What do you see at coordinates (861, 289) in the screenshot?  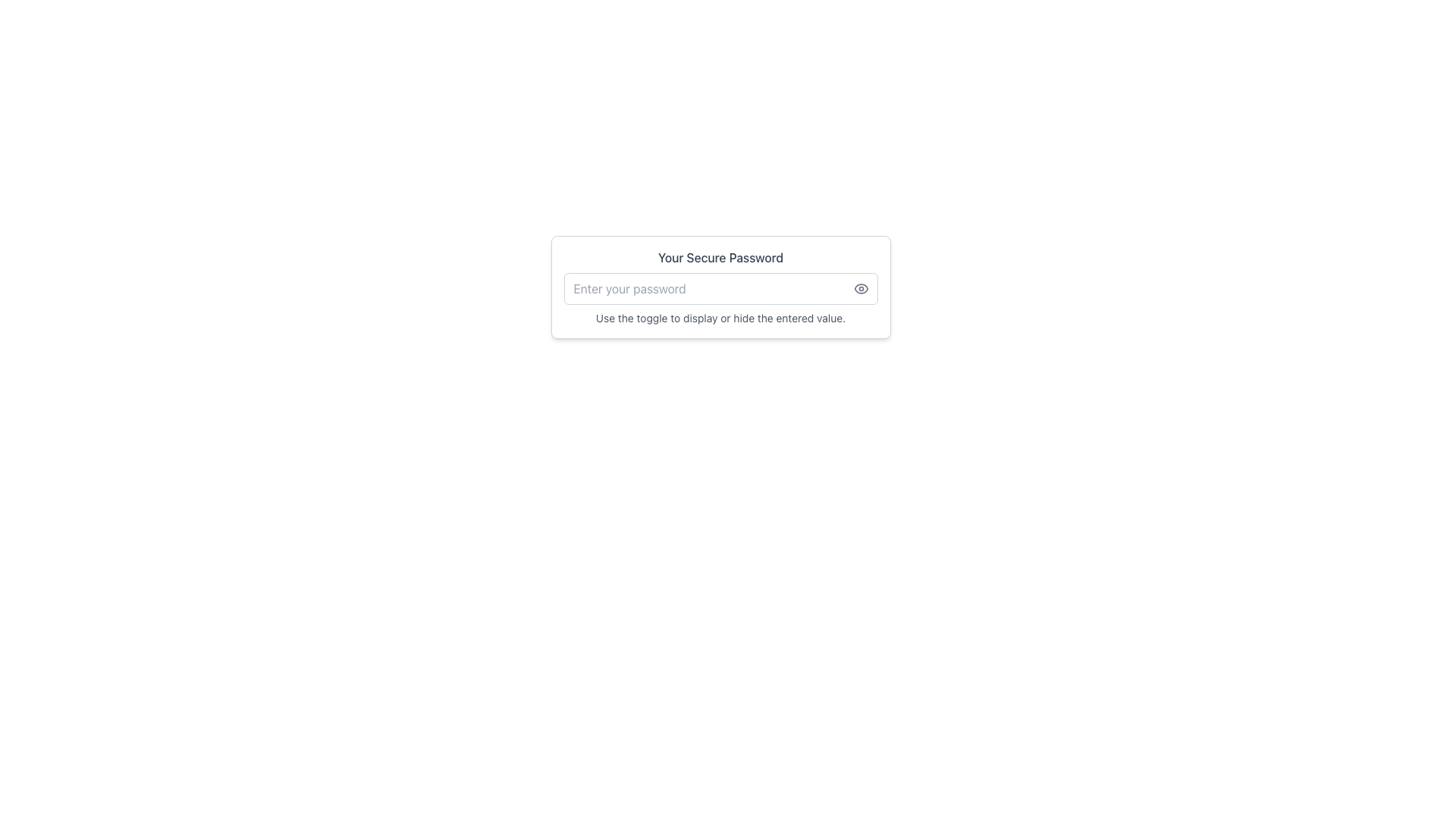 I see `the eye-shaped visibility toggle button located at the far right of the password input field to change its color` at bounding box center [861, 289].